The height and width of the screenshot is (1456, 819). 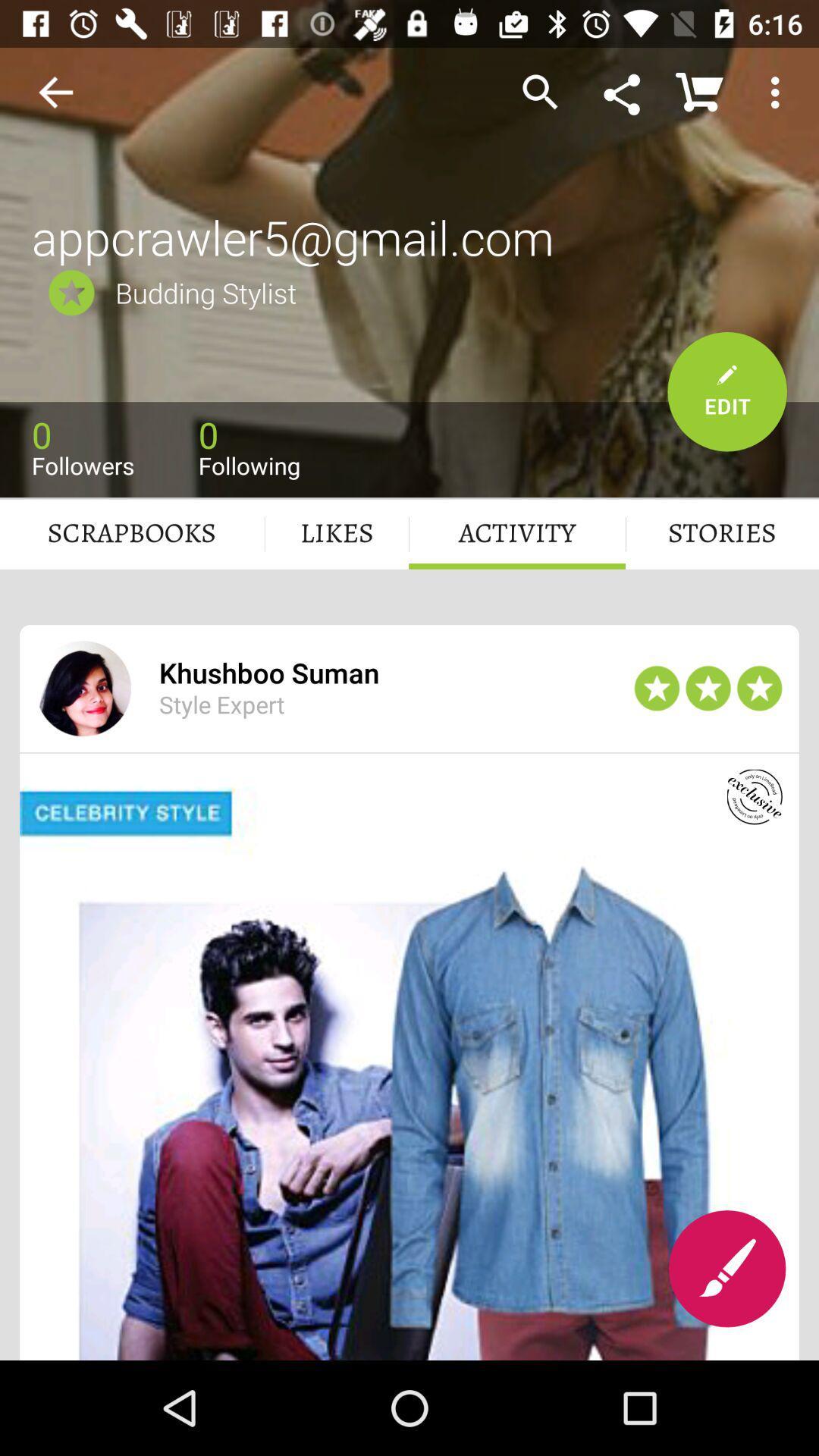 What do you see at coordinates (726, 1269) in the screenshot?
I see `the edit icon` at bounding box center [726, 1269].